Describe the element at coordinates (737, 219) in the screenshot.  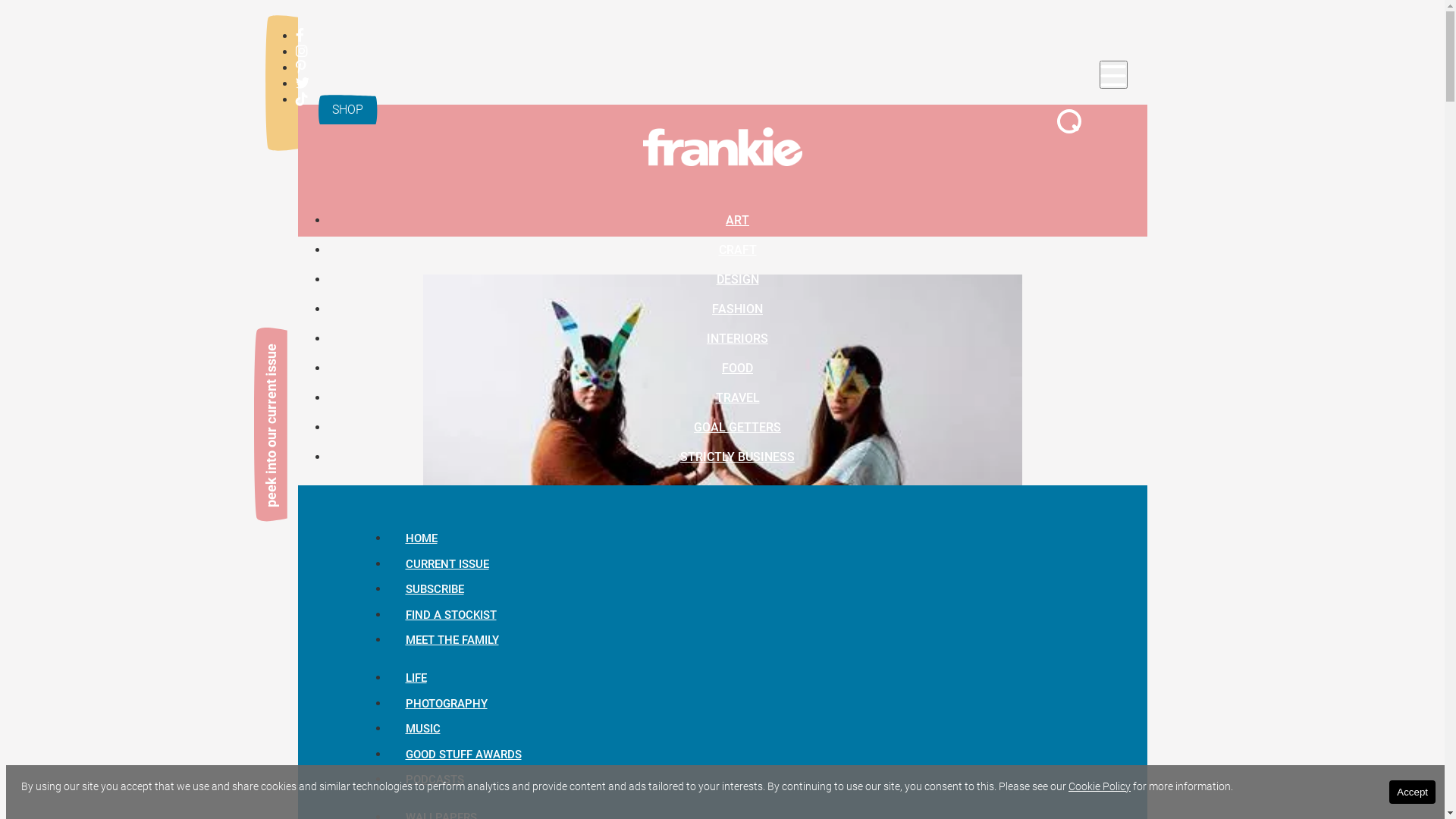
I see `'ART'` at that location.